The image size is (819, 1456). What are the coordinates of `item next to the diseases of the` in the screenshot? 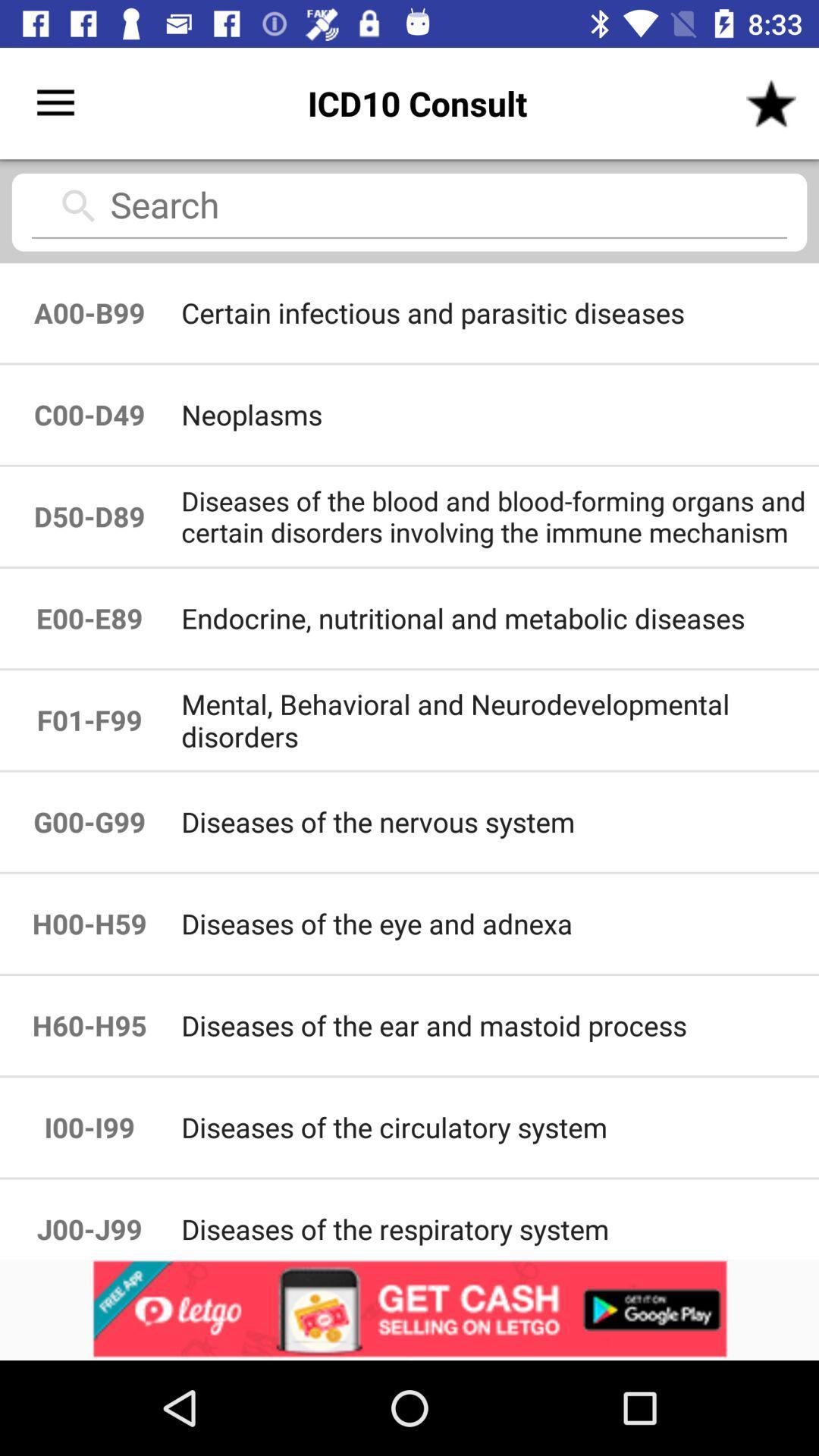 It's located at (89, 618).